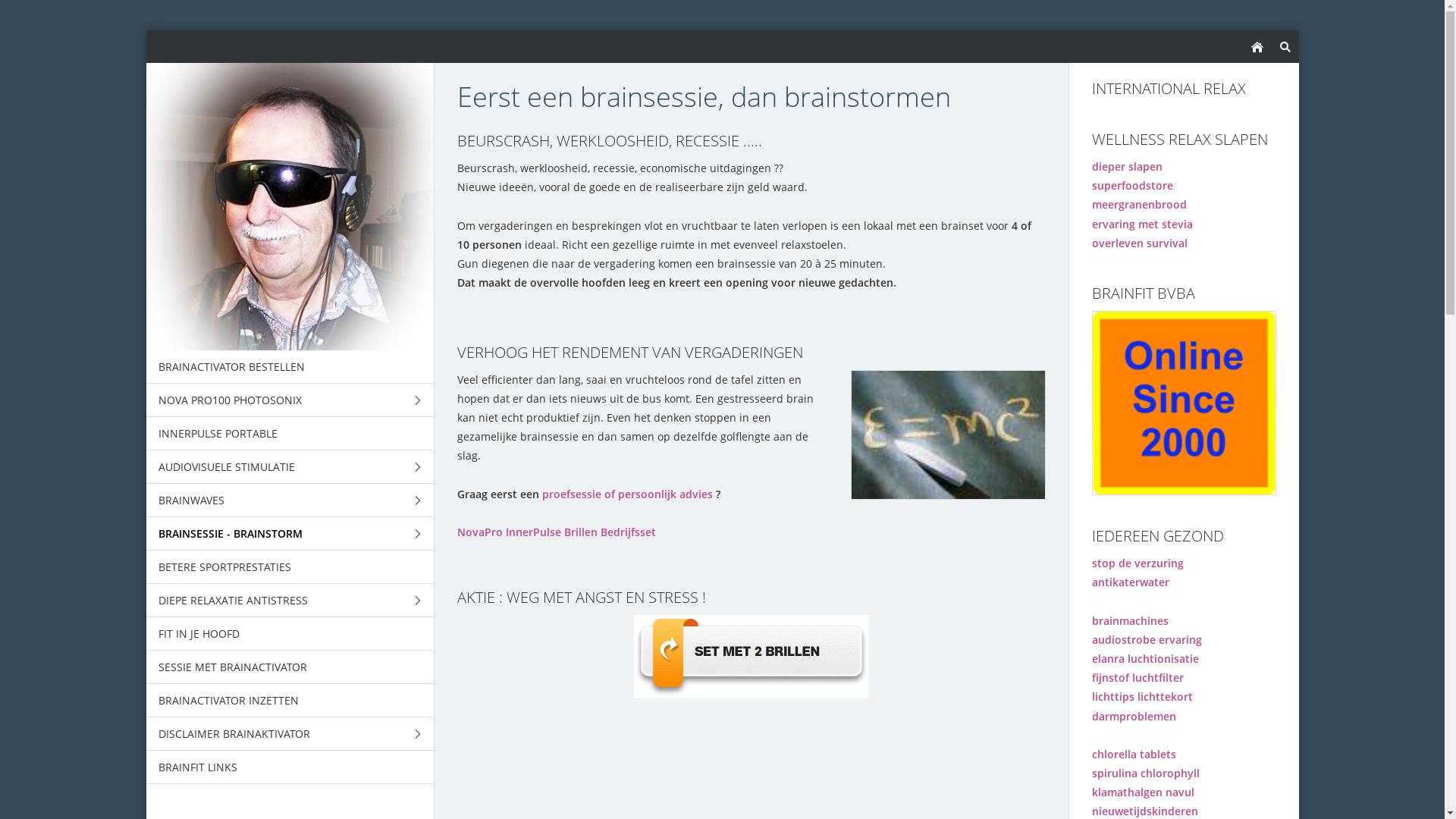 This screenshot has width=1456, height=819. I want to click on 'lichttips lichttekort', so click(1142, 696).